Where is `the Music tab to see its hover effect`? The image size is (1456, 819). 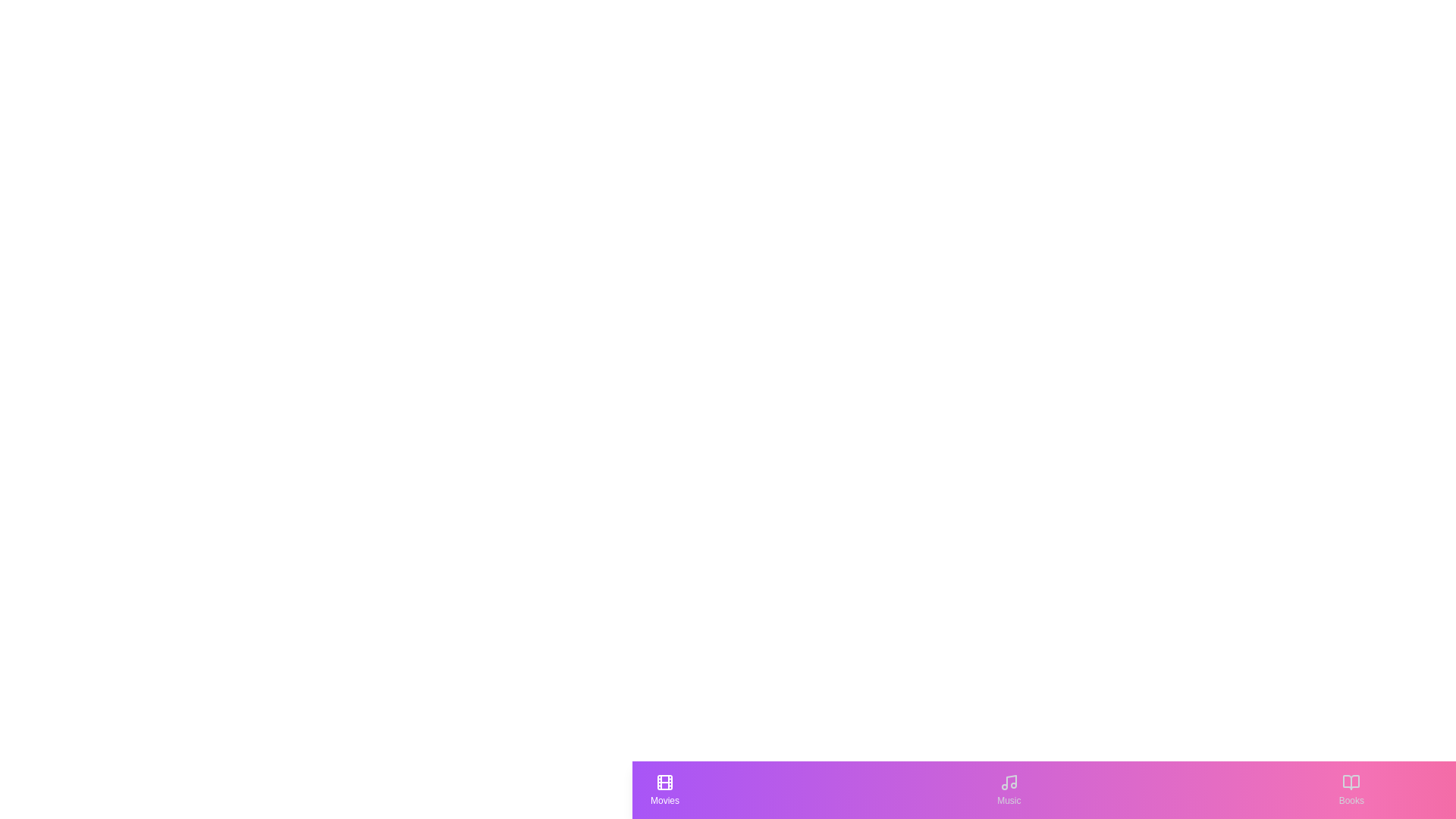 the Music tab to see its hover effect is located at coordinates (1008, 789).